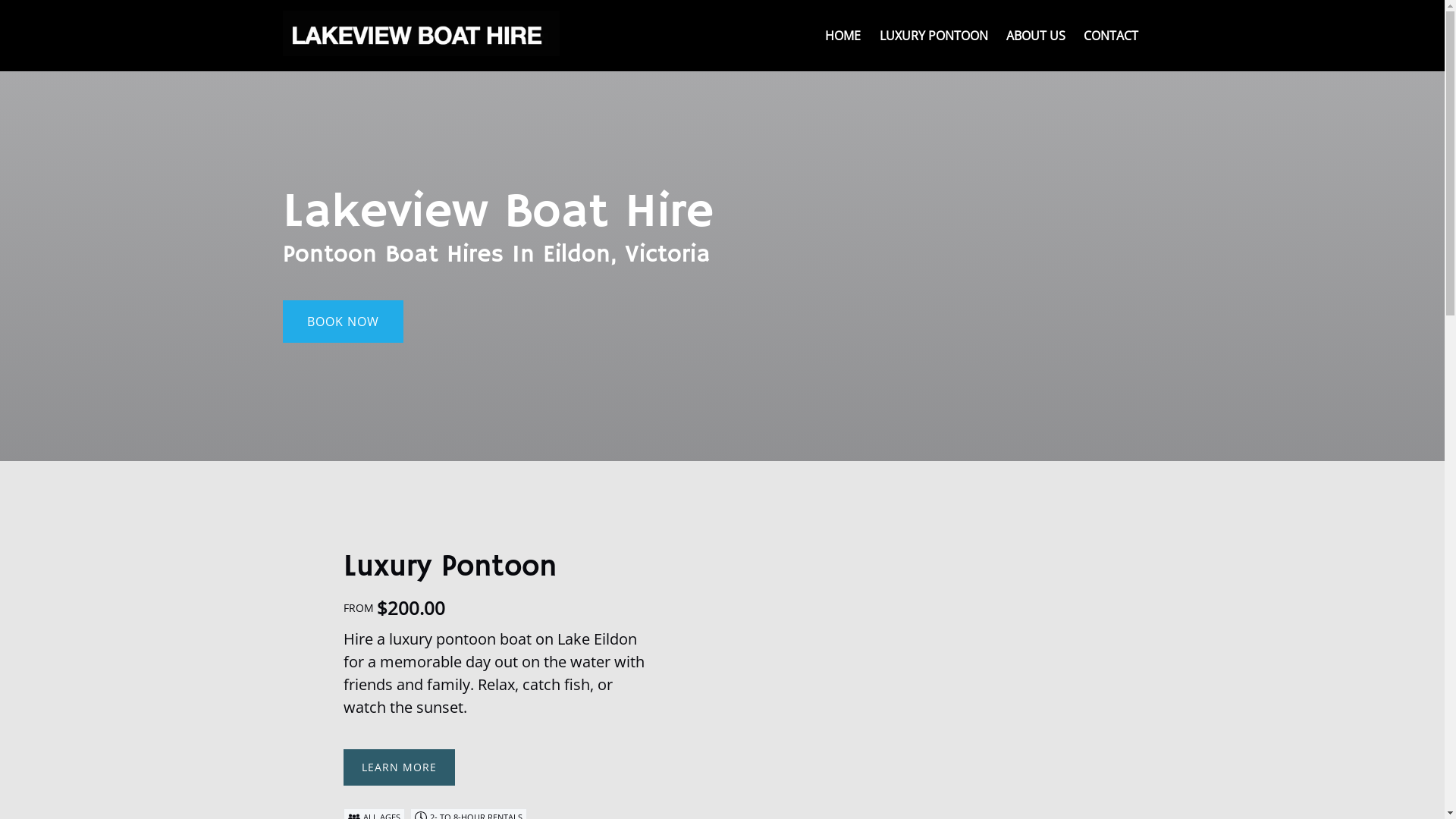 This screenshot has height=819, width=1456. Describe the element at coordinates (1110, 34) in the screenshot. I see `'CONTACT'` at that location.